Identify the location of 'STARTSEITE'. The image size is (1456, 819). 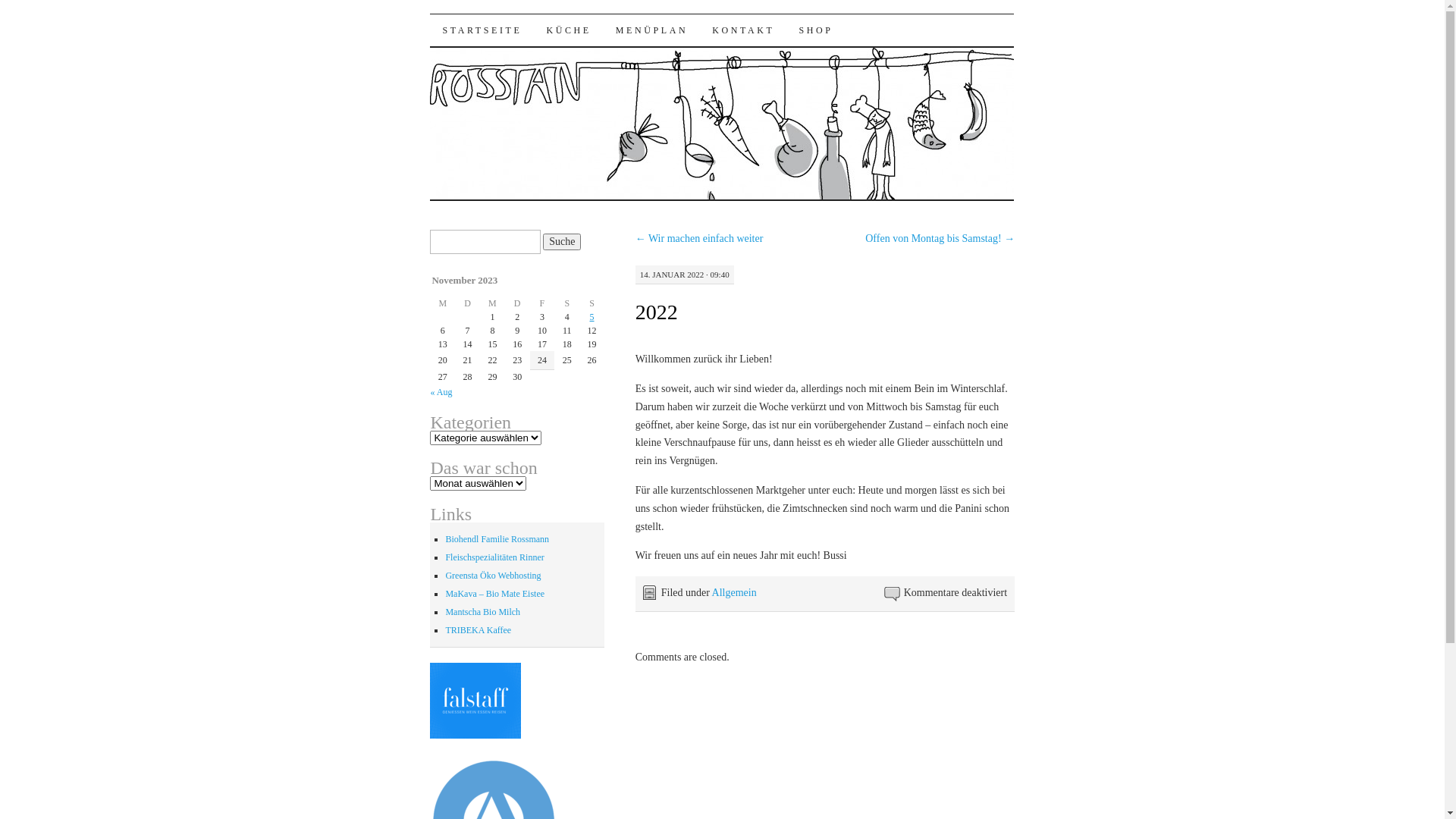
(481, 30).